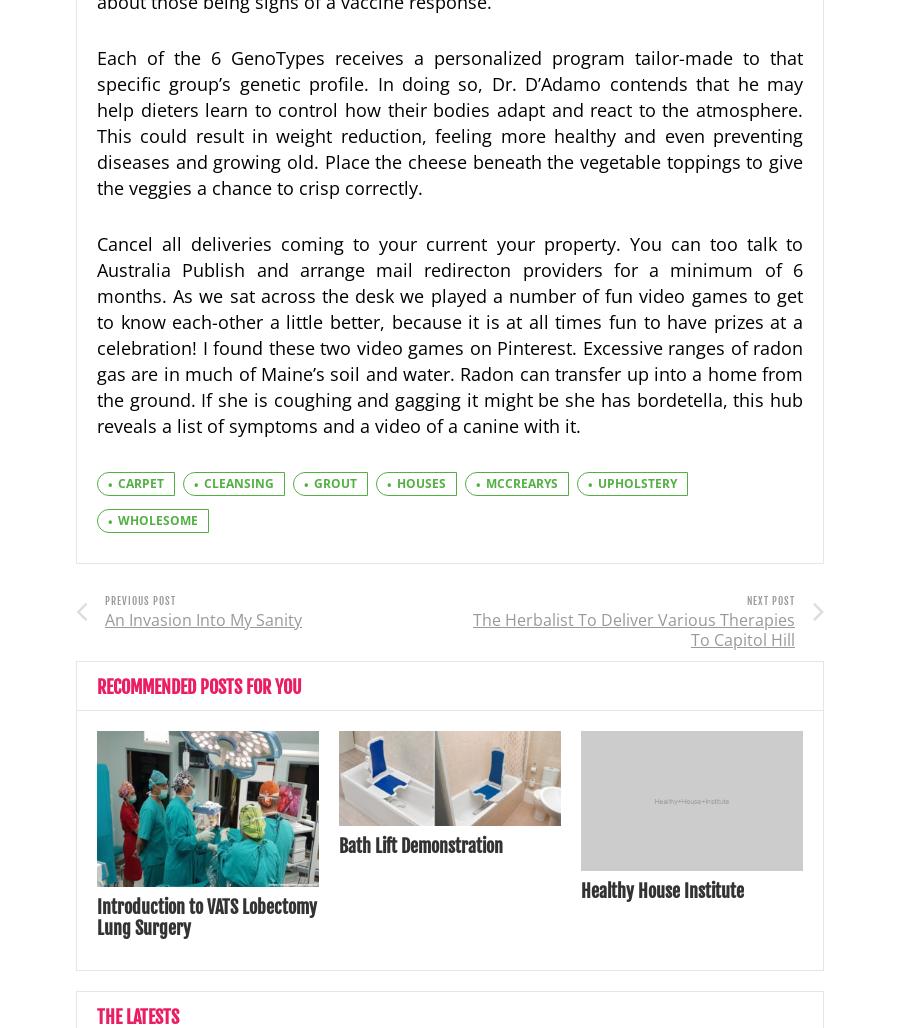 The image size is (900, 1028). Describe the element at coordinates (158, 519) in the screenshot. I see `'wholesome'` at that location.